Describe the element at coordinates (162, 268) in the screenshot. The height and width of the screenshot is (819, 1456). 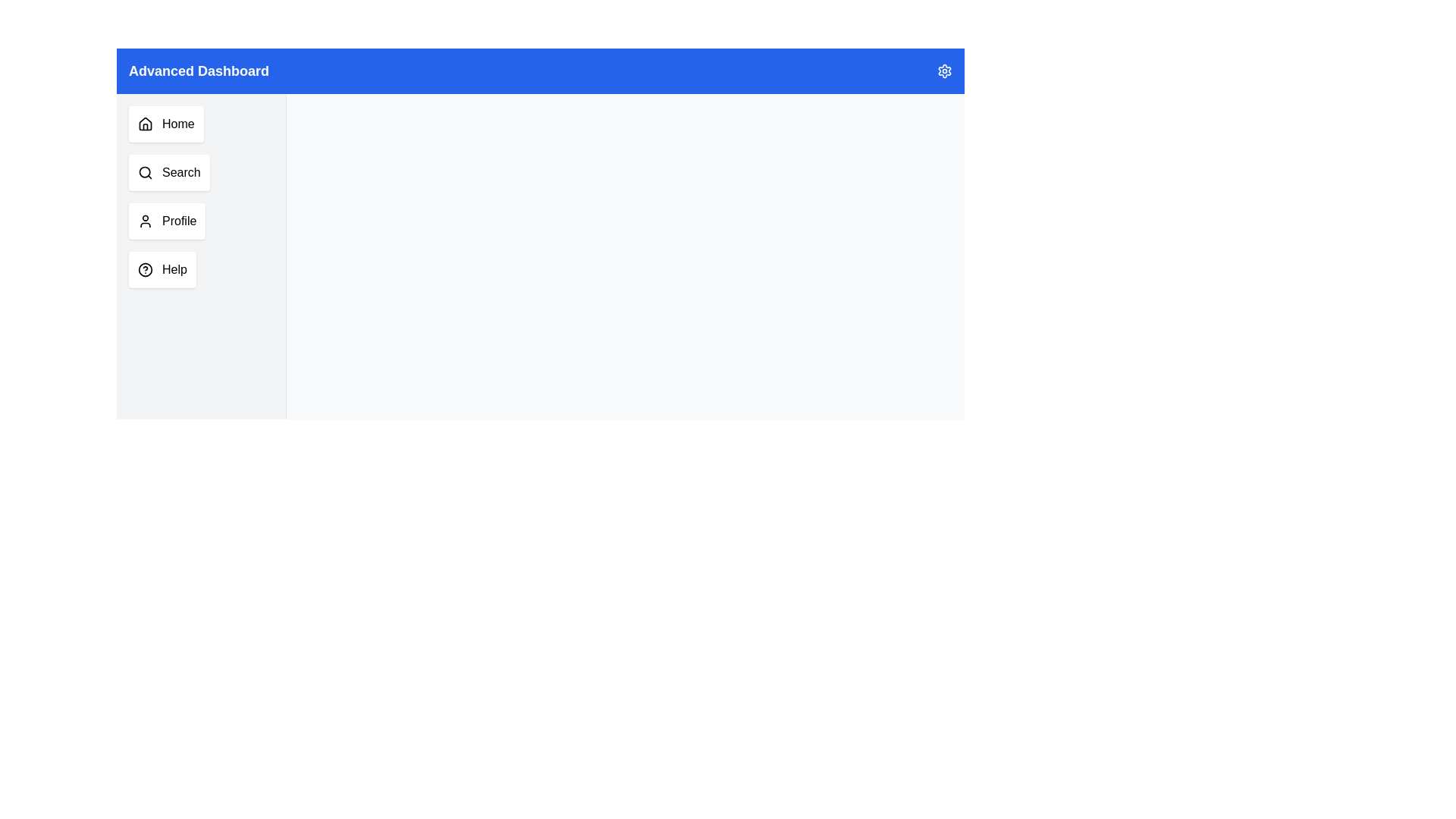
I see `the 'Help' button located` at that location.